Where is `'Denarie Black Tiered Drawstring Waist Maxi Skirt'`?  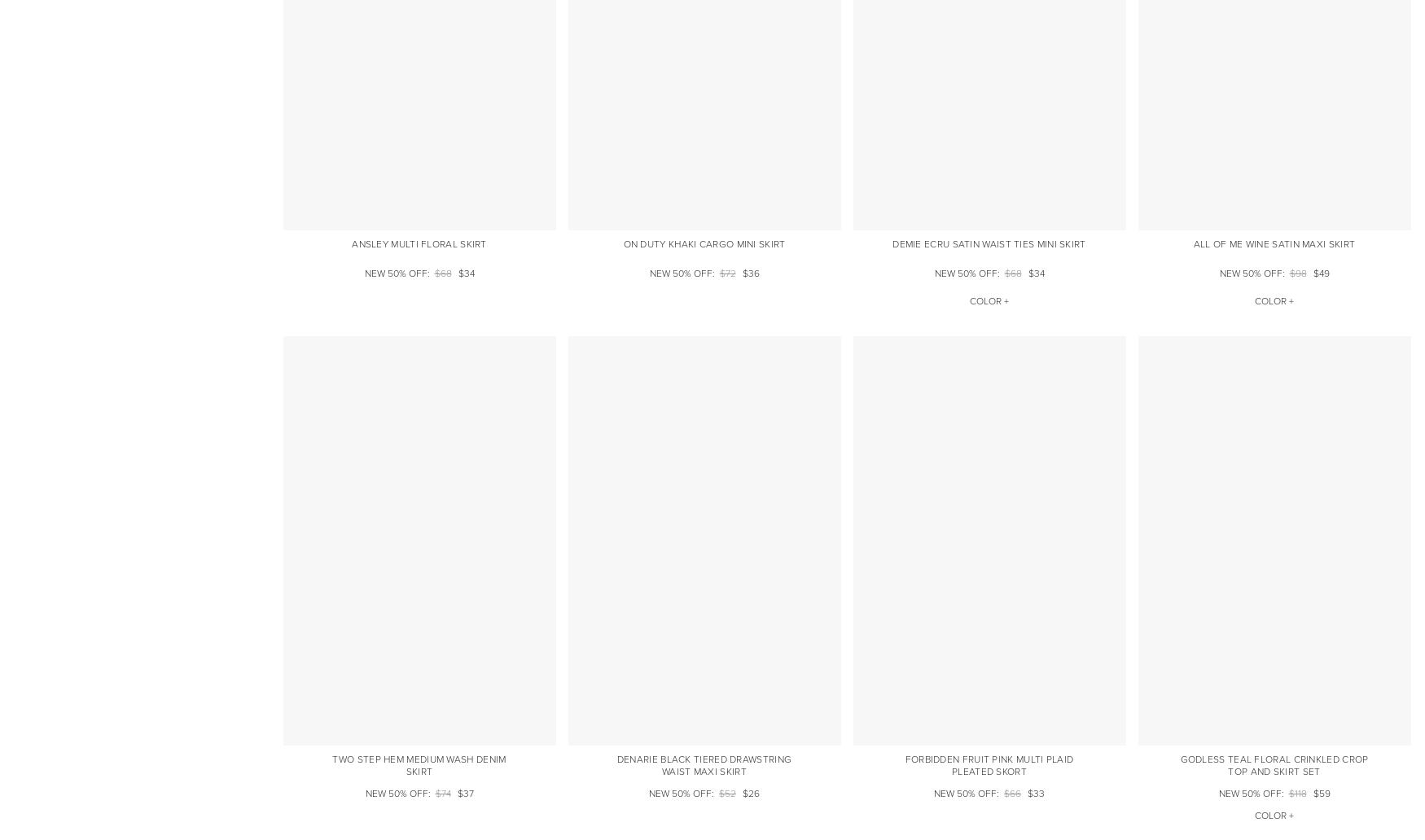 'Denarie Black Tiered Drawstring Waist Maxi Skirt' is located at coordinates (616, 764).